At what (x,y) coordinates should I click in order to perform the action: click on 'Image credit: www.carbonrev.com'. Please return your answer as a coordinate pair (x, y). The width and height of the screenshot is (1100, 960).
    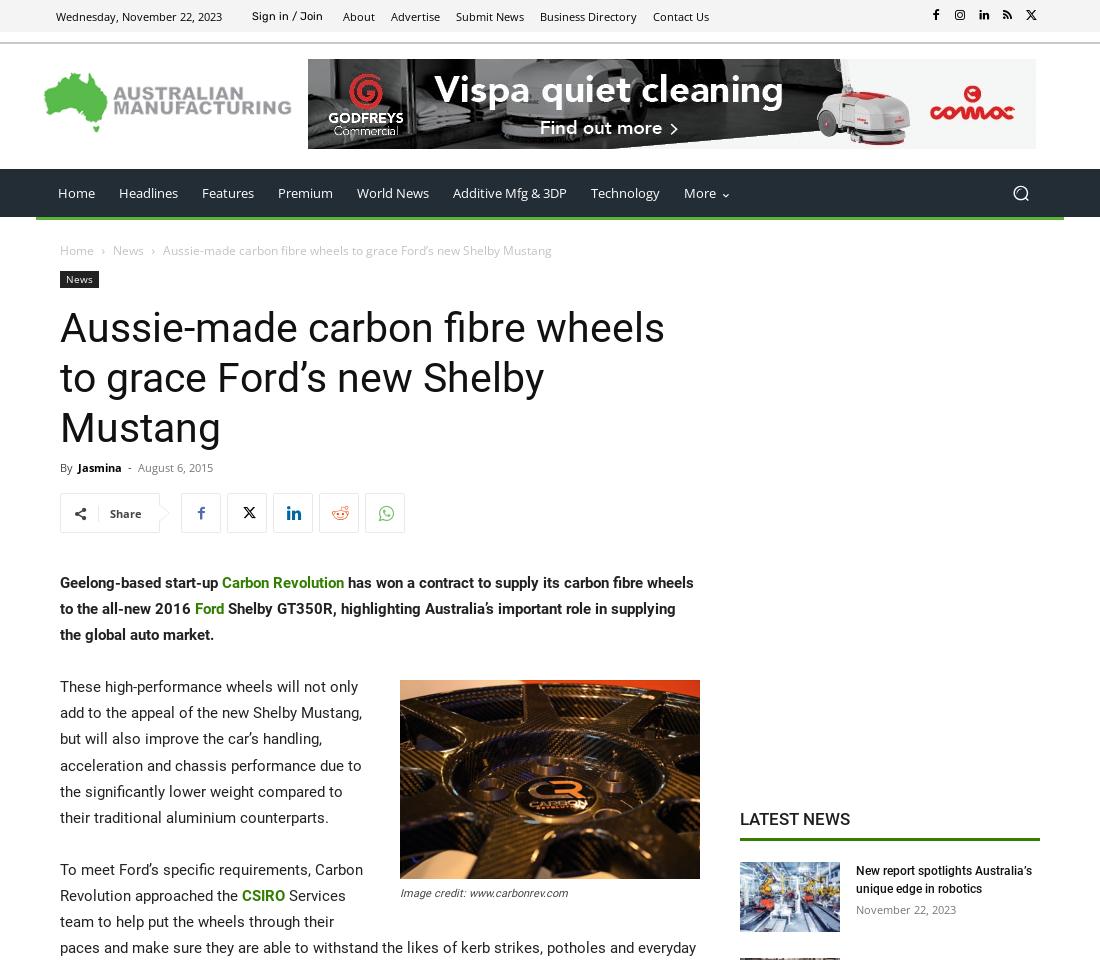
    Looking at the image, I should click on (484, 892).